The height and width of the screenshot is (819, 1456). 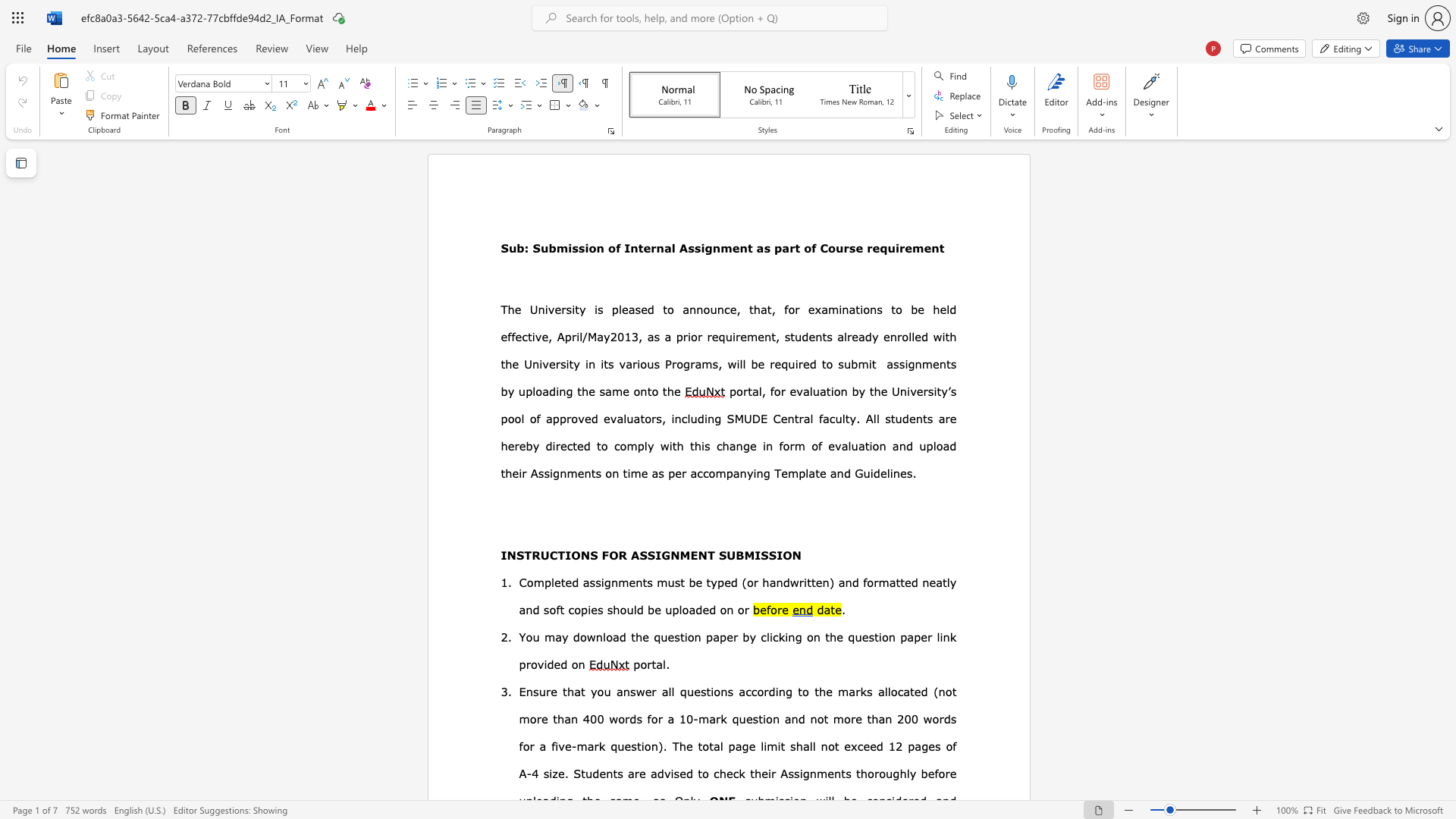 I want to click on the subset text "ing SMUDE Central faculty. All students are hereby directed t" within the text "for evaluation by the University’s pool of approved evaluators, including SMUDE Central faculty. All students are hereby directed to", so click(x=703, y=418).